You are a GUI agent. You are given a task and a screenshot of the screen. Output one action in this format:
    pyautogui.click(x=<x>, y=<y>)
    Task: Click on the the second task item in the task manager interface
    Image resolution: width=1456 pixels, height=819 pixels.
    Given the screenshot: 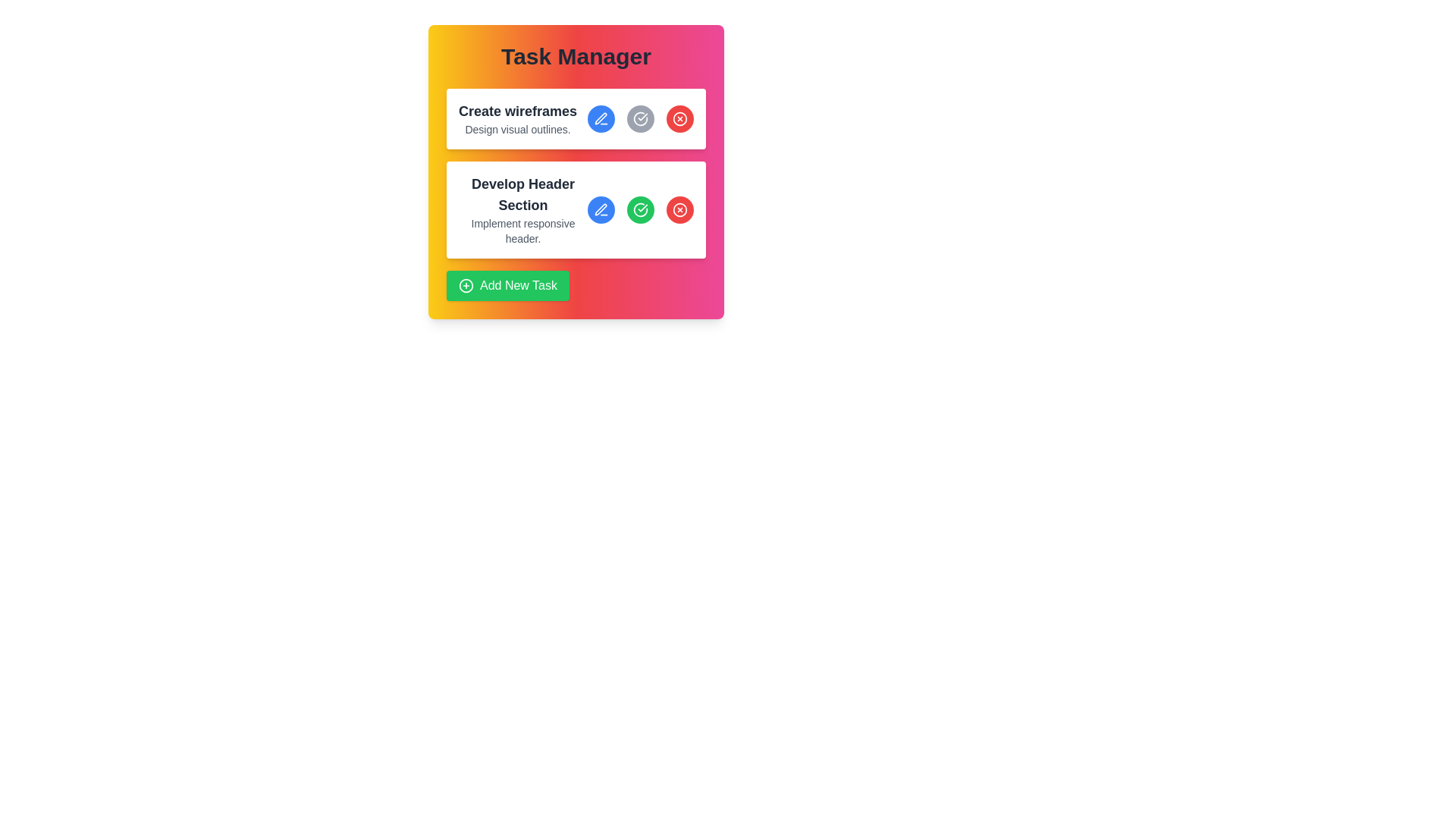 What is the action you would take?
    pyautogui.click(x=523, y=210)
    